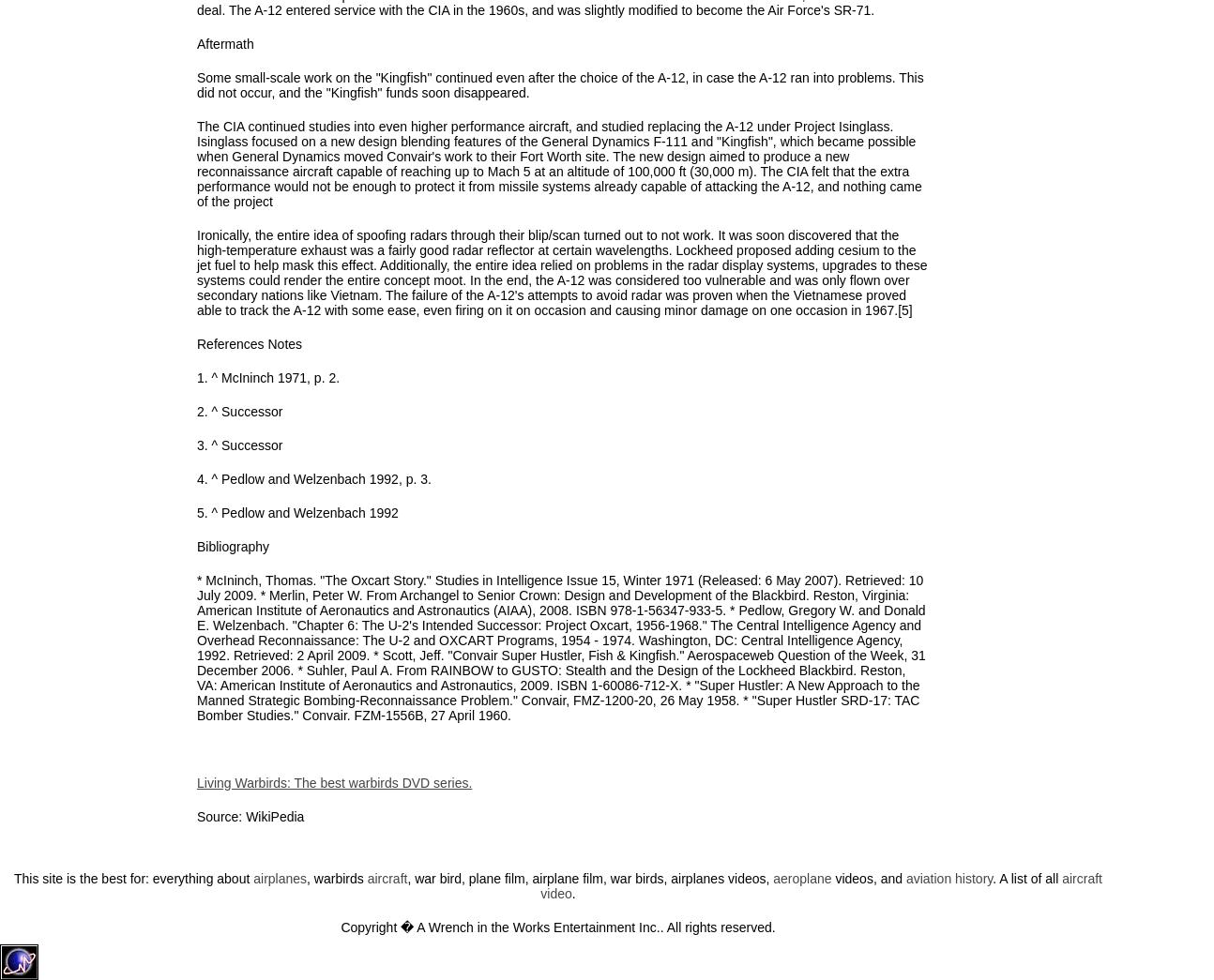 This screenshot has width=1214, height=980. Describe the element at coordinates (560, 85) in the screenshot. I see `'Some small-scale work on the "Kingfish" continued even after the choice of the A-12, in case the A-12 ran into problems. This did
not occur, and the "Kingfish" funds soon disappeared.'` at that location.